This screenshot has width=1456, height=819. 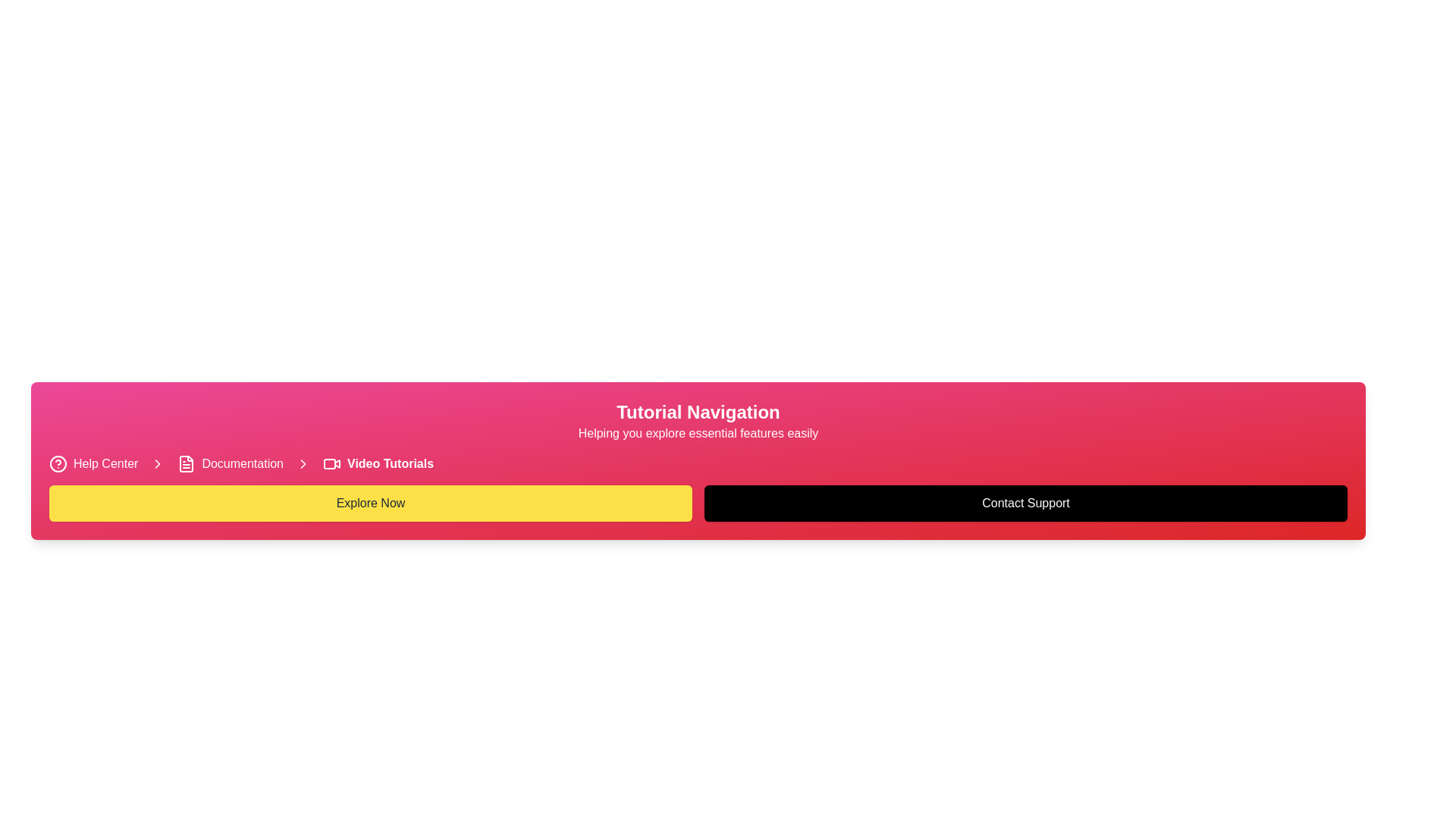 I want to click on the 'Documentation' hyperlink in the navigation bar to observe the underline effect, so click(x=243, y=463).